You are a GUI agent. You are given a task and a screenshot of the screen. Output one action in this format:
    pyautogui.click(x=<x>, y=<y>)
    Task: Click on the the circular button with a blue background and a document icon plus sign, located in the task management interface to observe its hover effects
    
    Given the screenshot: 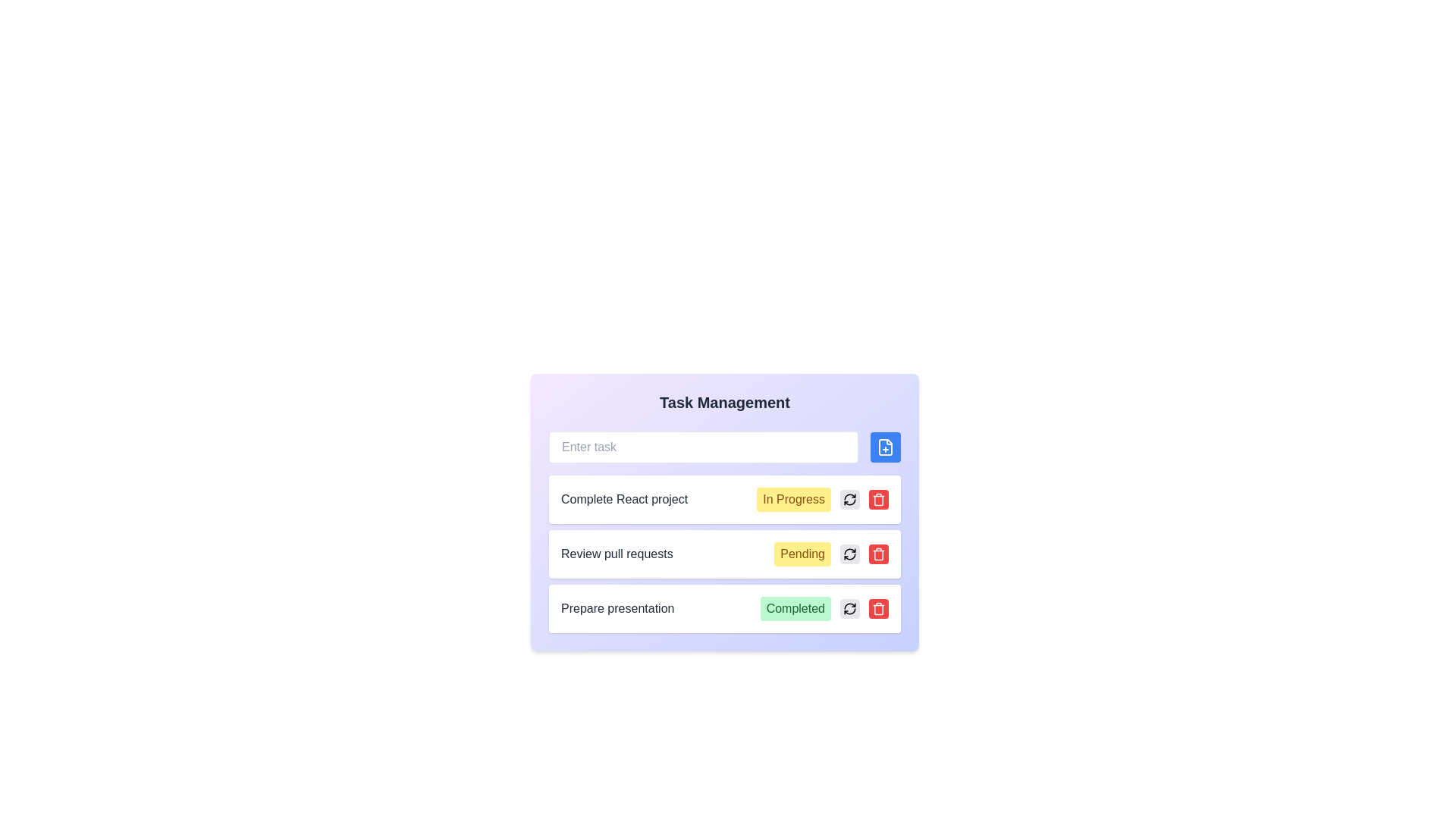 What is the action you would take?
    pyautogui.click(x=885, y=447)
    